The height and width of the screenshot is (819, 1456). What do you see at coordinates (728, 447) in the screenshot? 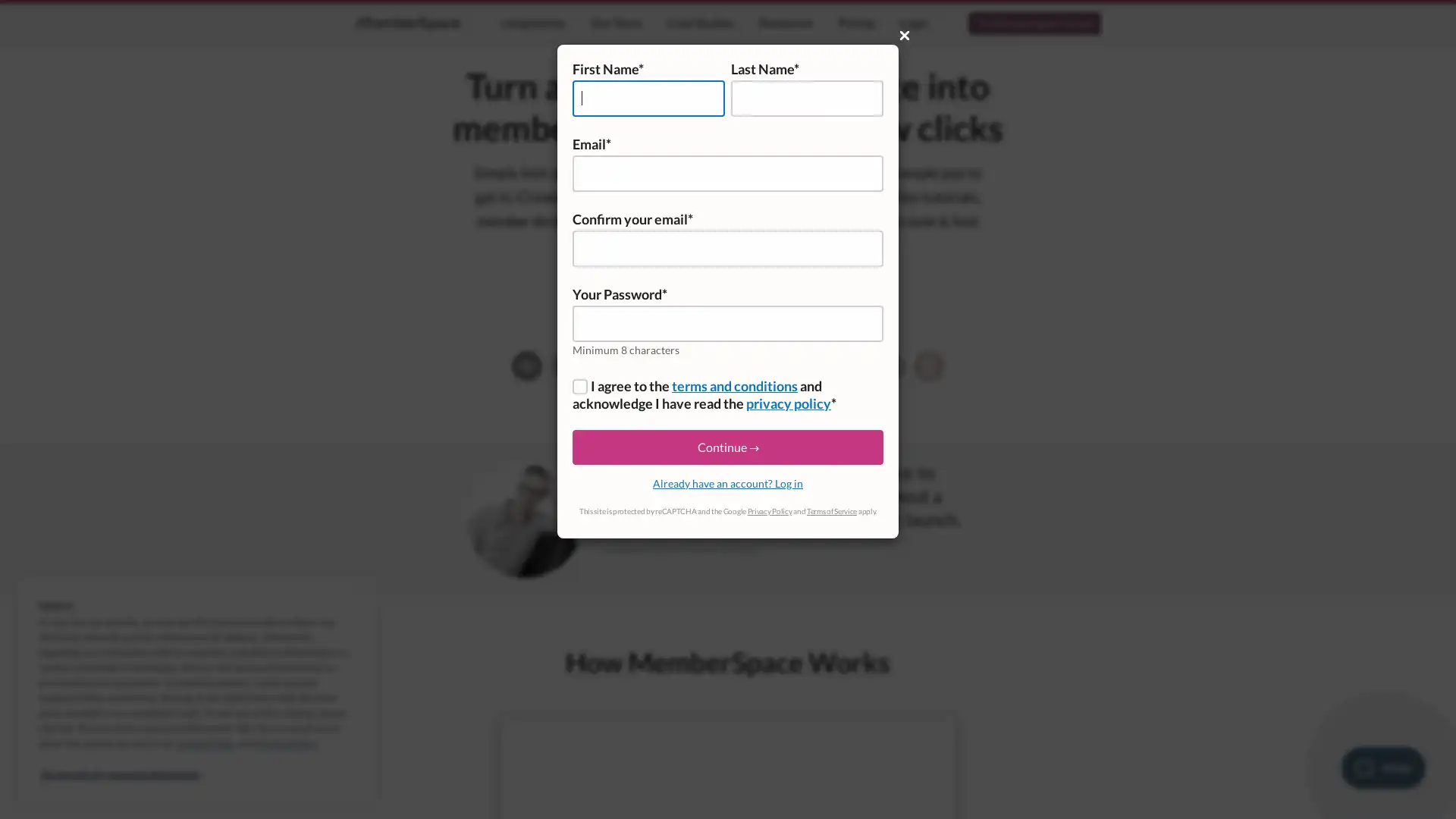
I see `Continue` at bounding box center [728, 447].